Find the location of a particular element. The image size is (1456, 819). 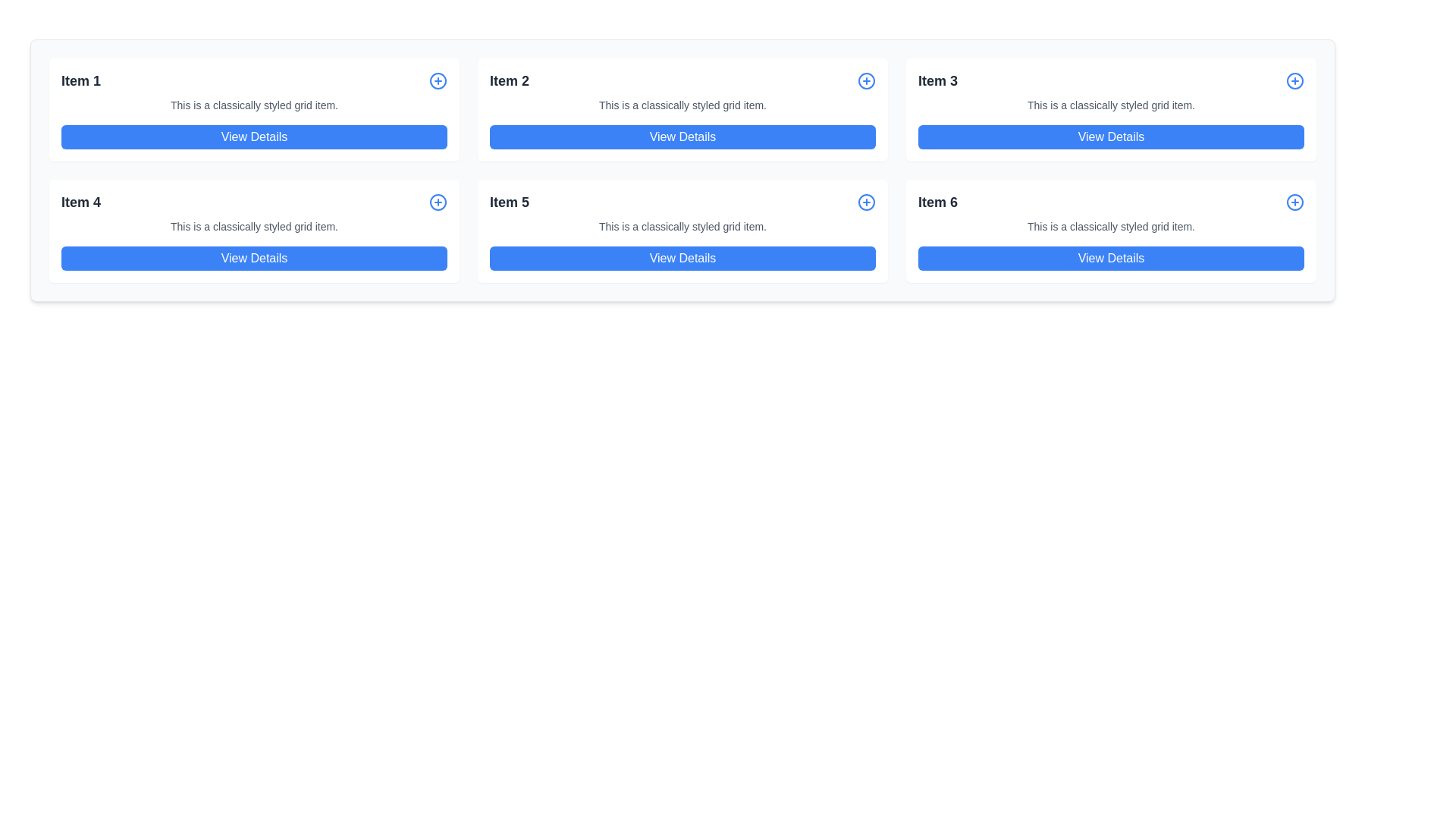

the decorative SVG Circle that forms the outer boundary of the icon for 'Item 4', located in the top-right of the 'Item 4' card is located at coordinates (437, 201).